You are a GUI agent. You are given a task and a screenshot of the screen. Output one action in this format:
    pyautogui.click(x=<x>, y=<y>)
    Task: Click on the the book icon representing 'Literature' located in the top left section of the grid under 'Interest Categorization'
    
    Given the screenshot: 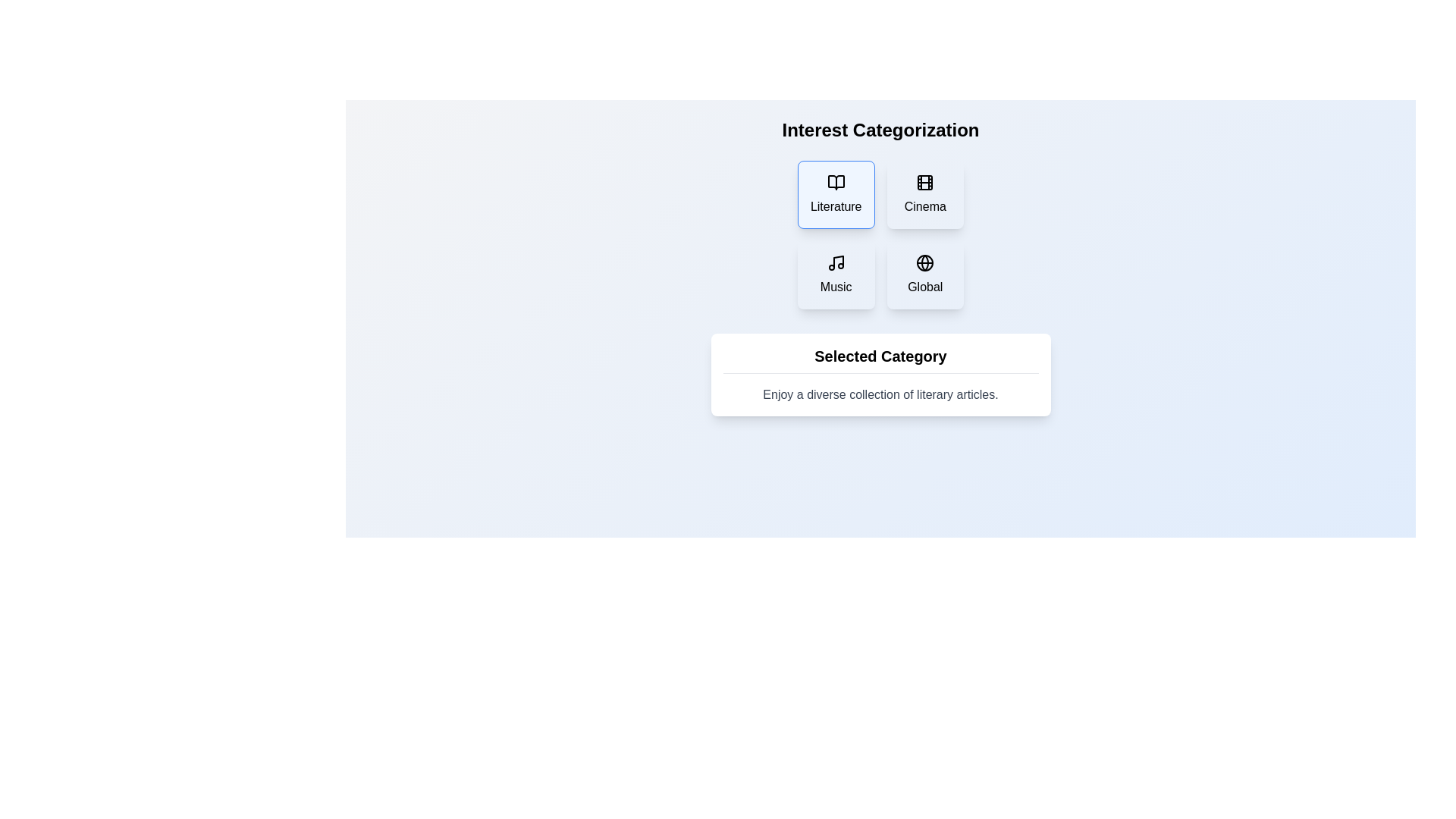 What is the action you would take?
    pyautogui.click(x=835, y=181)
    